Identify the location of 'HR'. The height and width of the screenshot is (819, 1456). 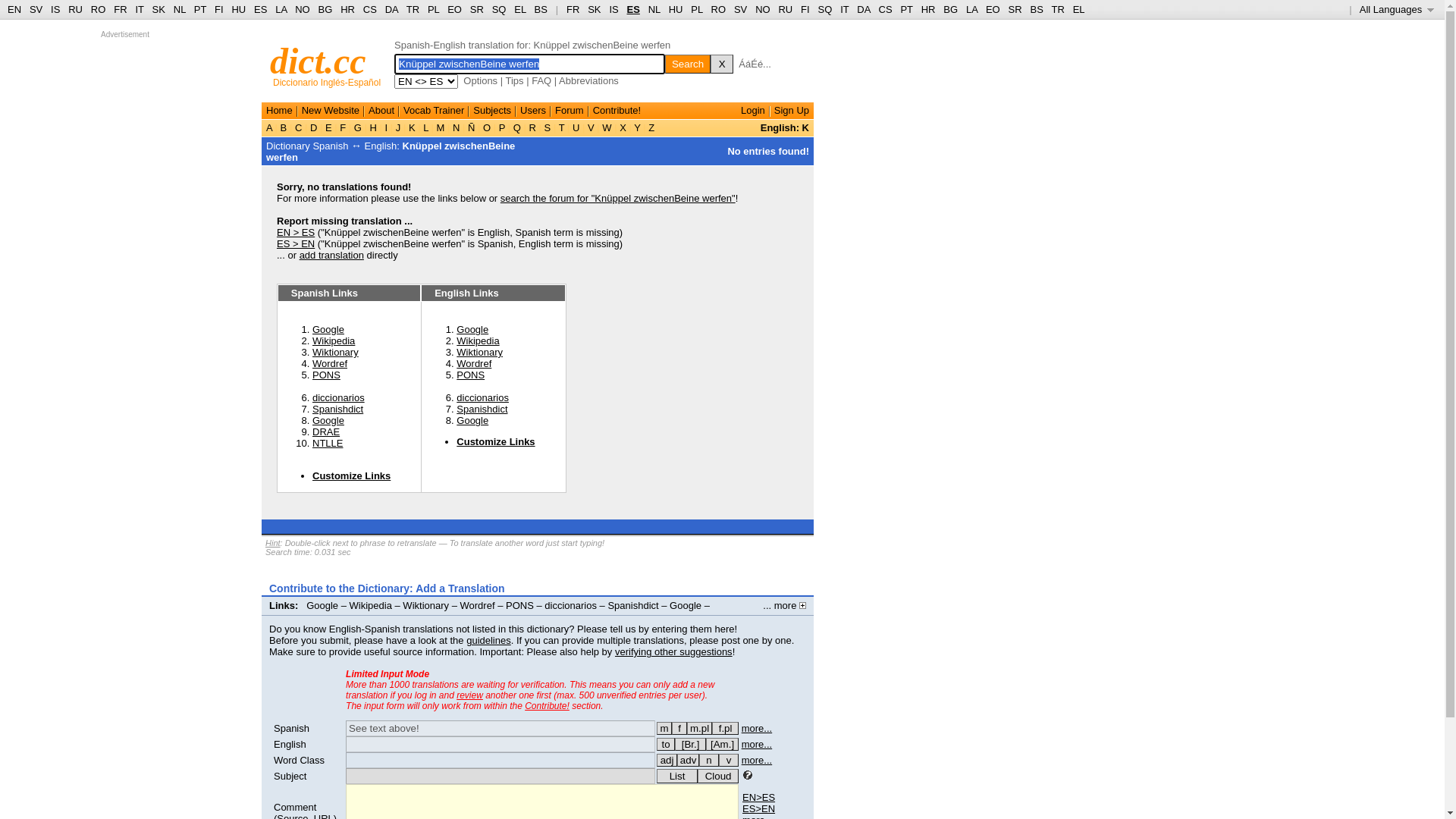
(340, 9).